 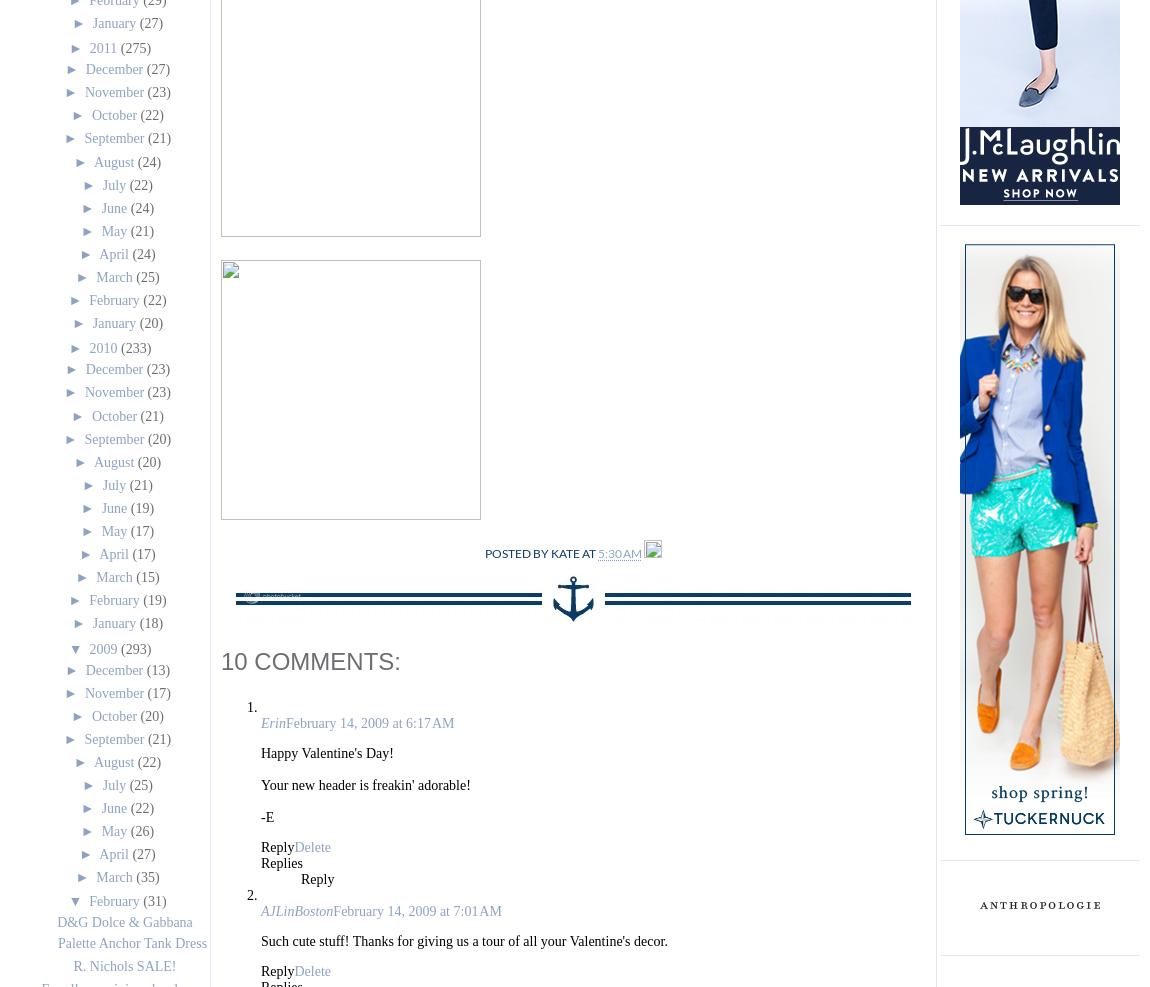 I want to click on '2011', so click(x=88, y=47).